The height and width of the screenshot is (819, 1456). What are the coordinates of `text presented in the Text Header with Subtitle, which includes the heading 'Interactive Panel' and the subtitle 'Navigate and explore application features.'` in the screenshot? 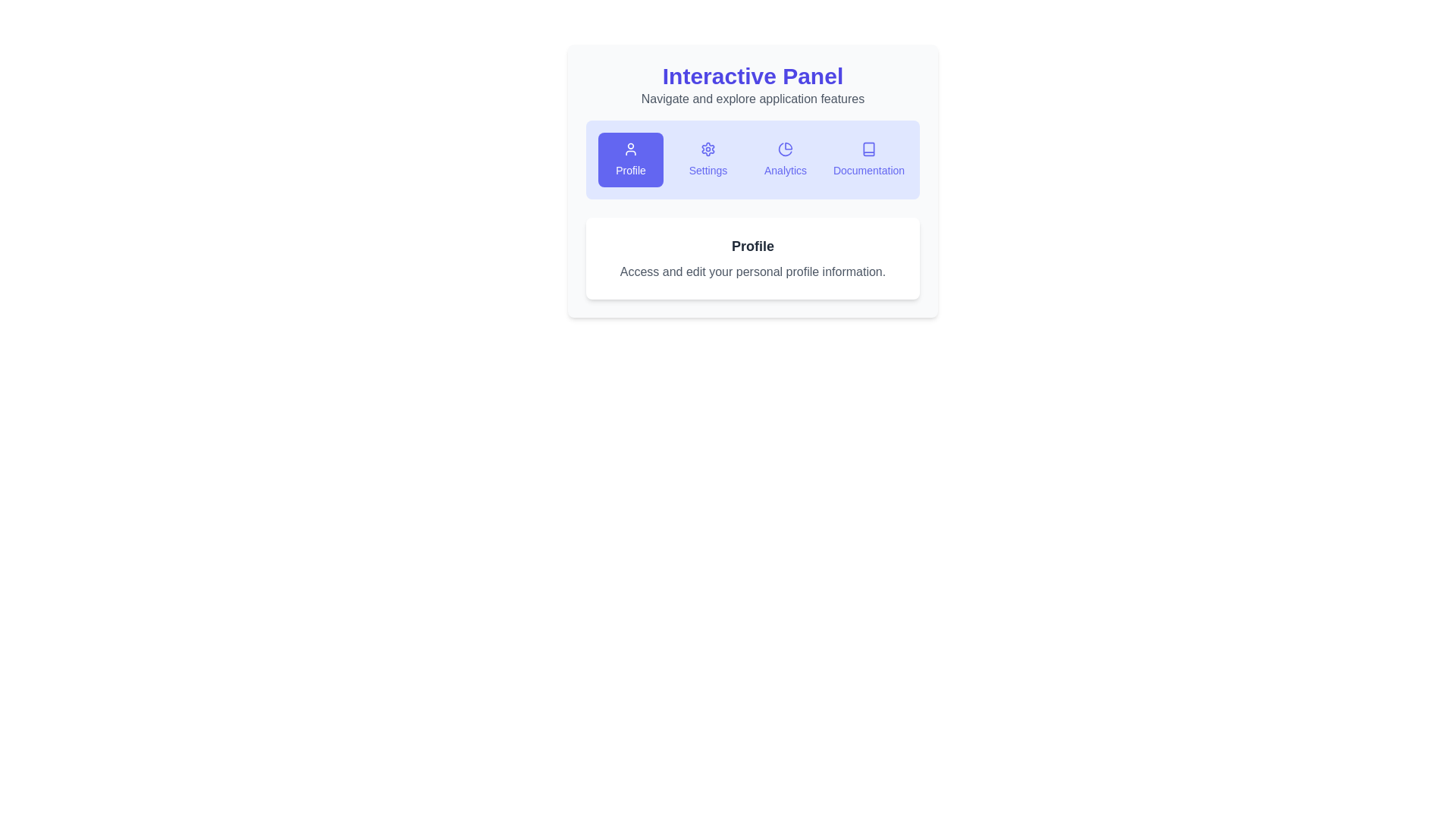 It's located at (753, 85).